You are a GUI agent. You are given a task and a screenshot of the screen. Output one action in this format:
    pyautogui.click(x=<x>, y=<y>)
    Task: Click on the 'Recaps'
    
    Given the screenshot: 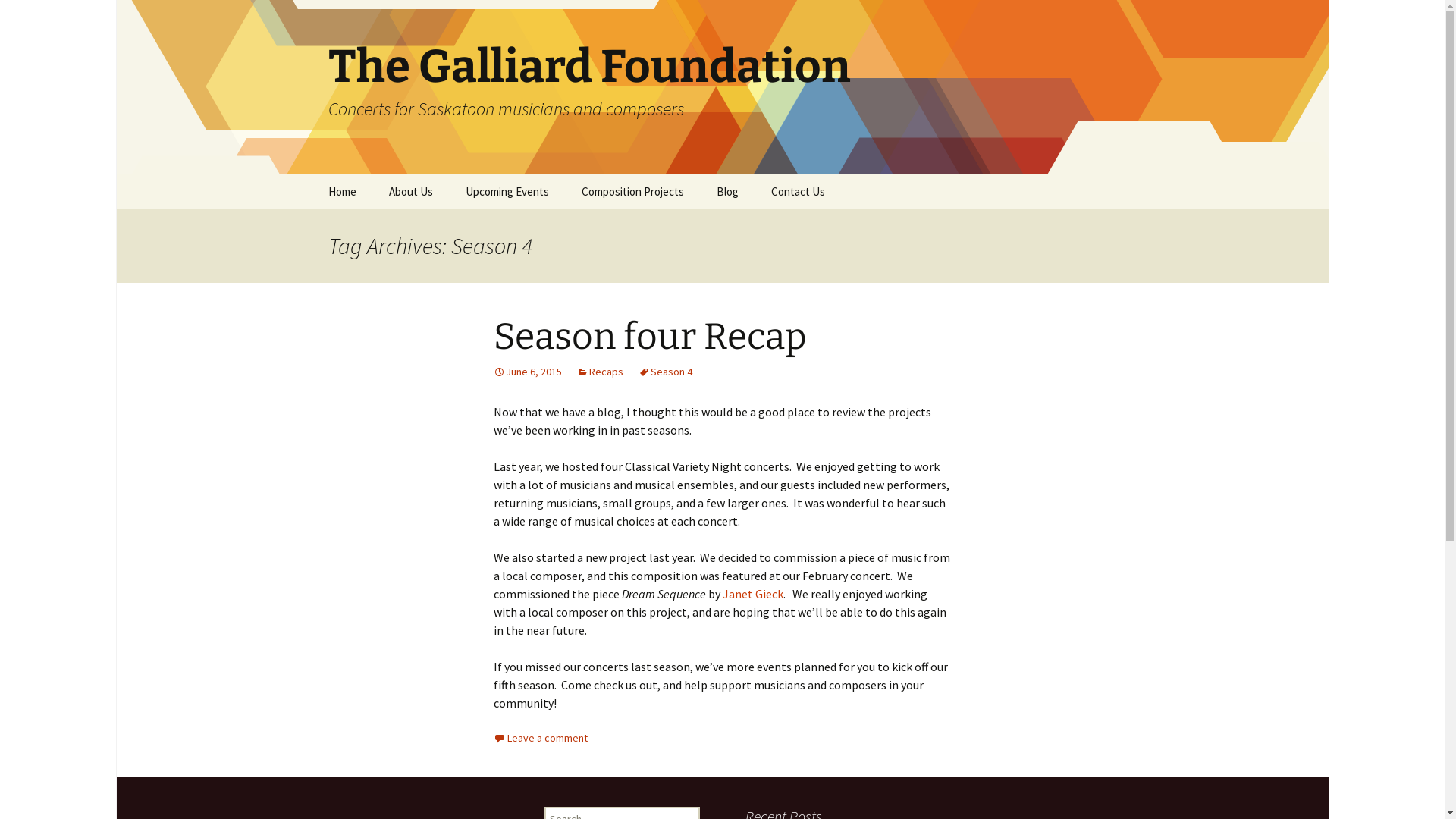 What is the action you would take?
    pyautogui.click(x=598, y=371)
    